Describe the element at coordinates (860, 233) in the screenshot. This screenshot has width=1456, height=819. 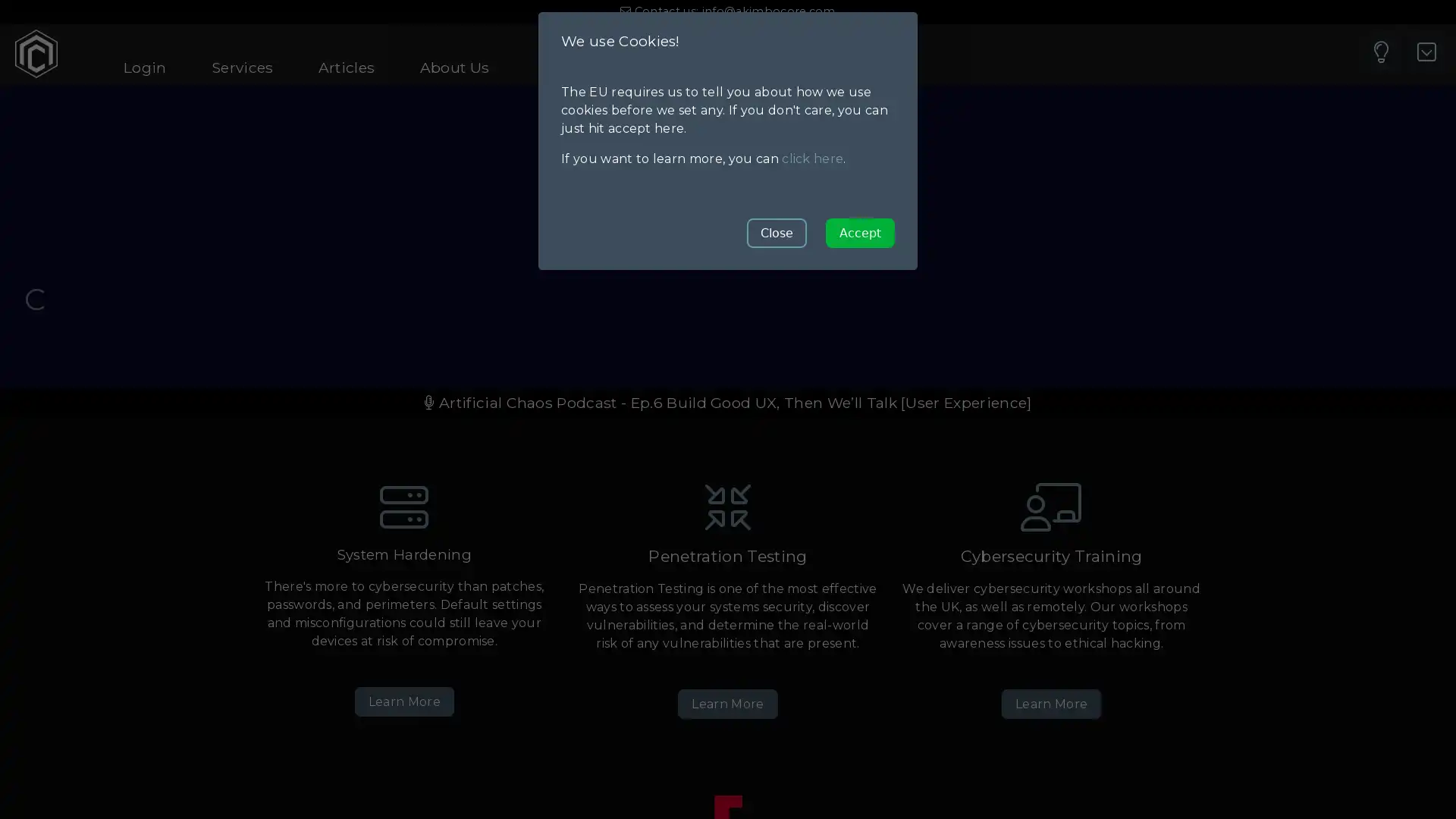
I see `Accept` at that location.